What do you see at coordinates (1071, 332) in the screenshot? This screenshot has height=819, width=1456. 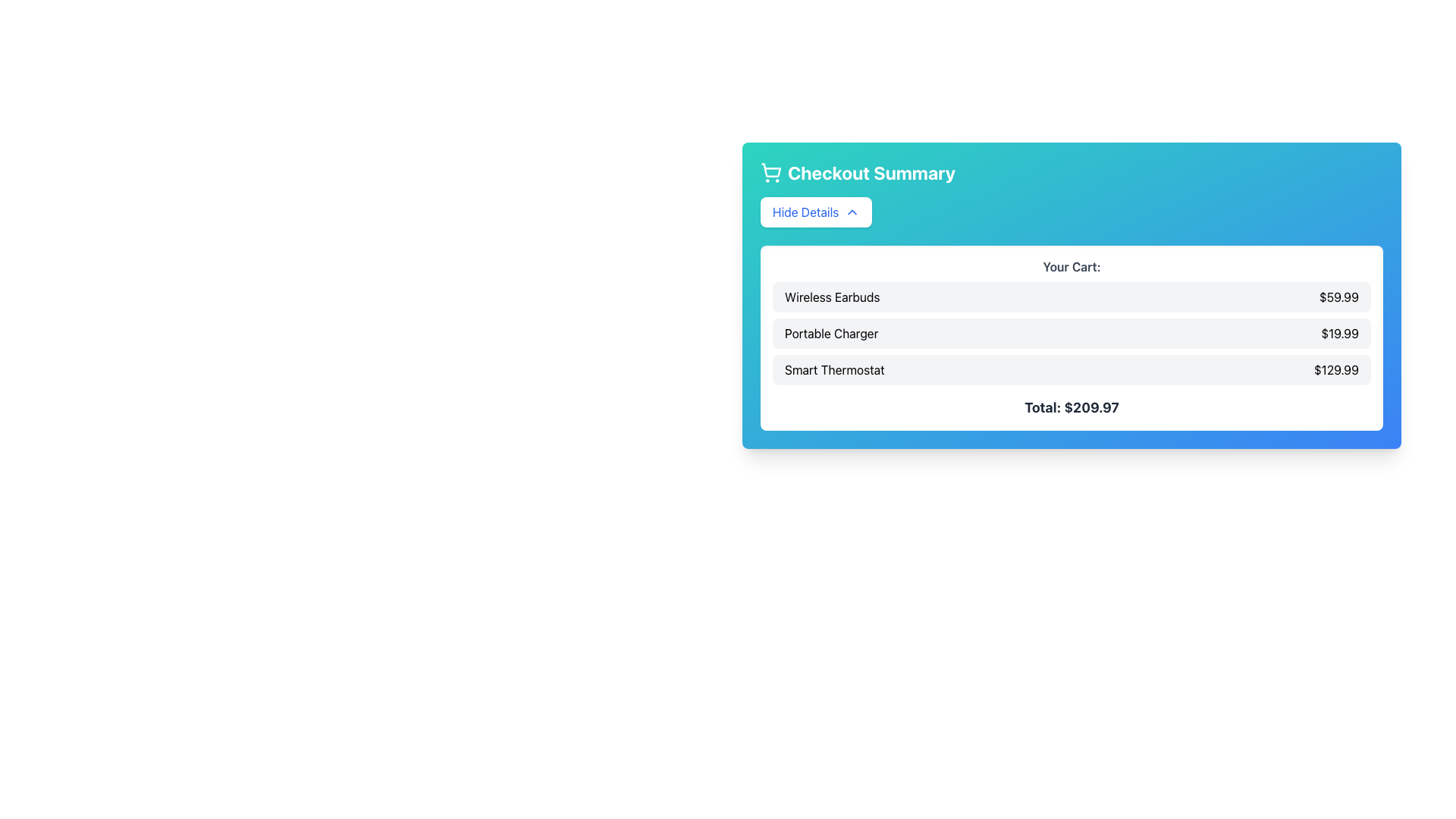 I see `the second item in the shopping cart, labeled 'Portable Charger' priced at '$19.99', to modify or remove the item if the functionality is available` at bounding box center [1071, 332].